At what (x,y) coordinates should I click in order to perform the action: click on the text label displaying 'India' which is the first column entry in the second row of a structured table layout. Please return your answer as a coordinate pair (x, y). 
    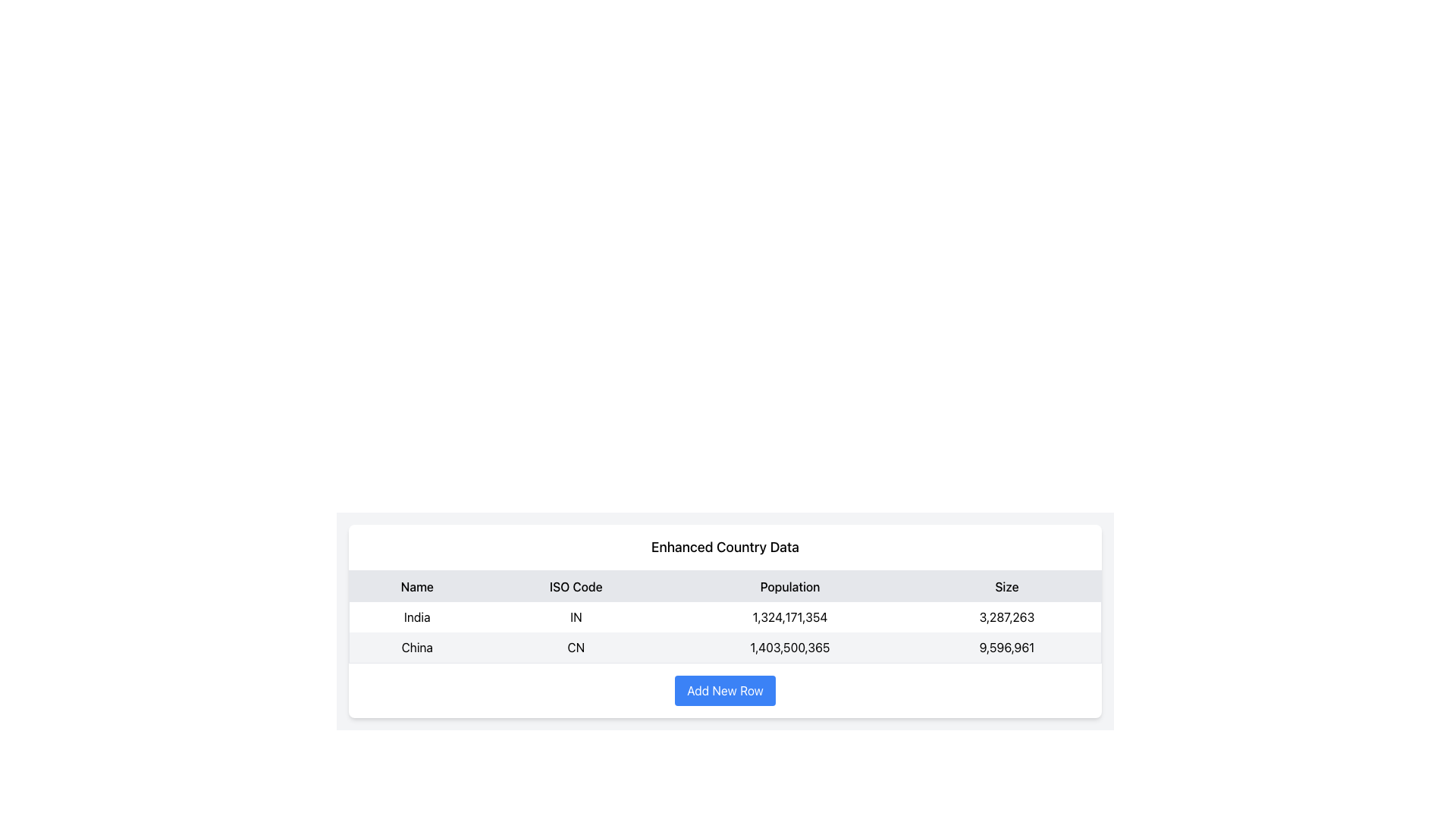
    Looking at the image, I should click on (417, 617).